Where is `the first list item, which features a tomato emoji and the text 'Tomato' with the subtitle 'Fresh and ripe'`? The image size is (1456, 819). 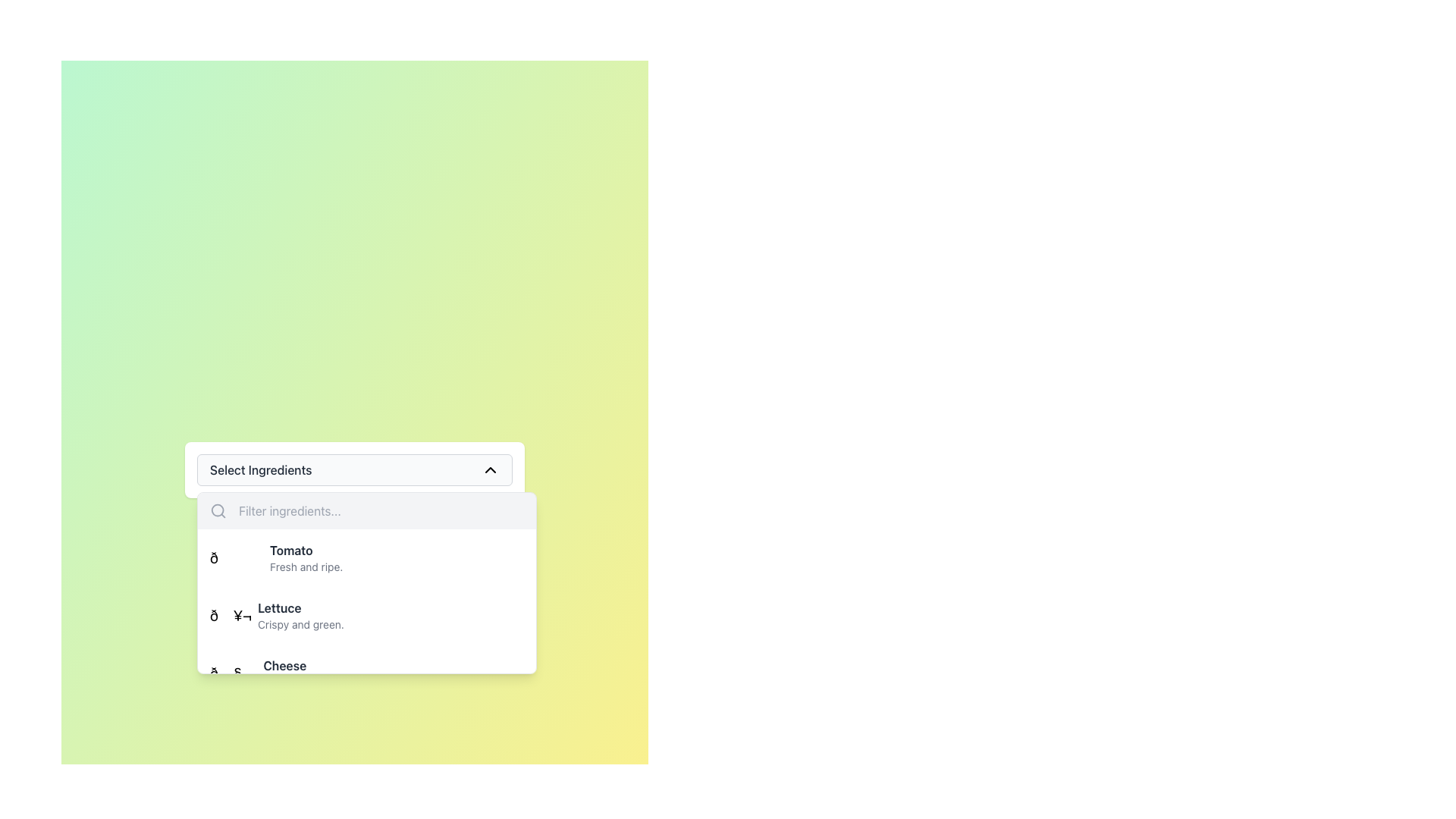
the first list item, which features a tomato emoji and the text 'Tomato' with the subtitle 'Fresh and ripe' is located at coordinates (276, 558).